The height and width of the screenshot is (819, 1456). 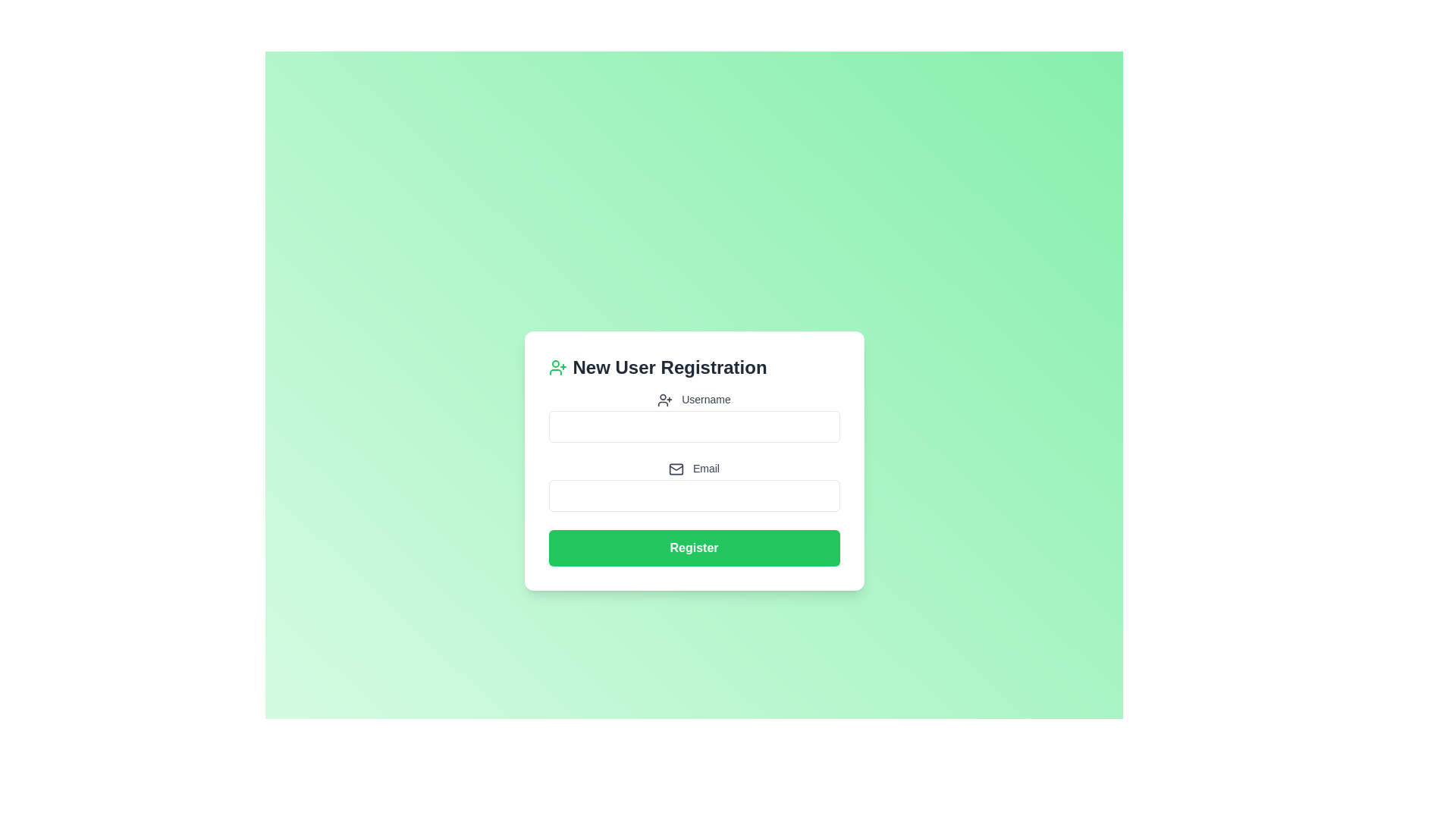 I want to click on the icon indicating the 'New User Registration' section, so click(x=557, y=367).